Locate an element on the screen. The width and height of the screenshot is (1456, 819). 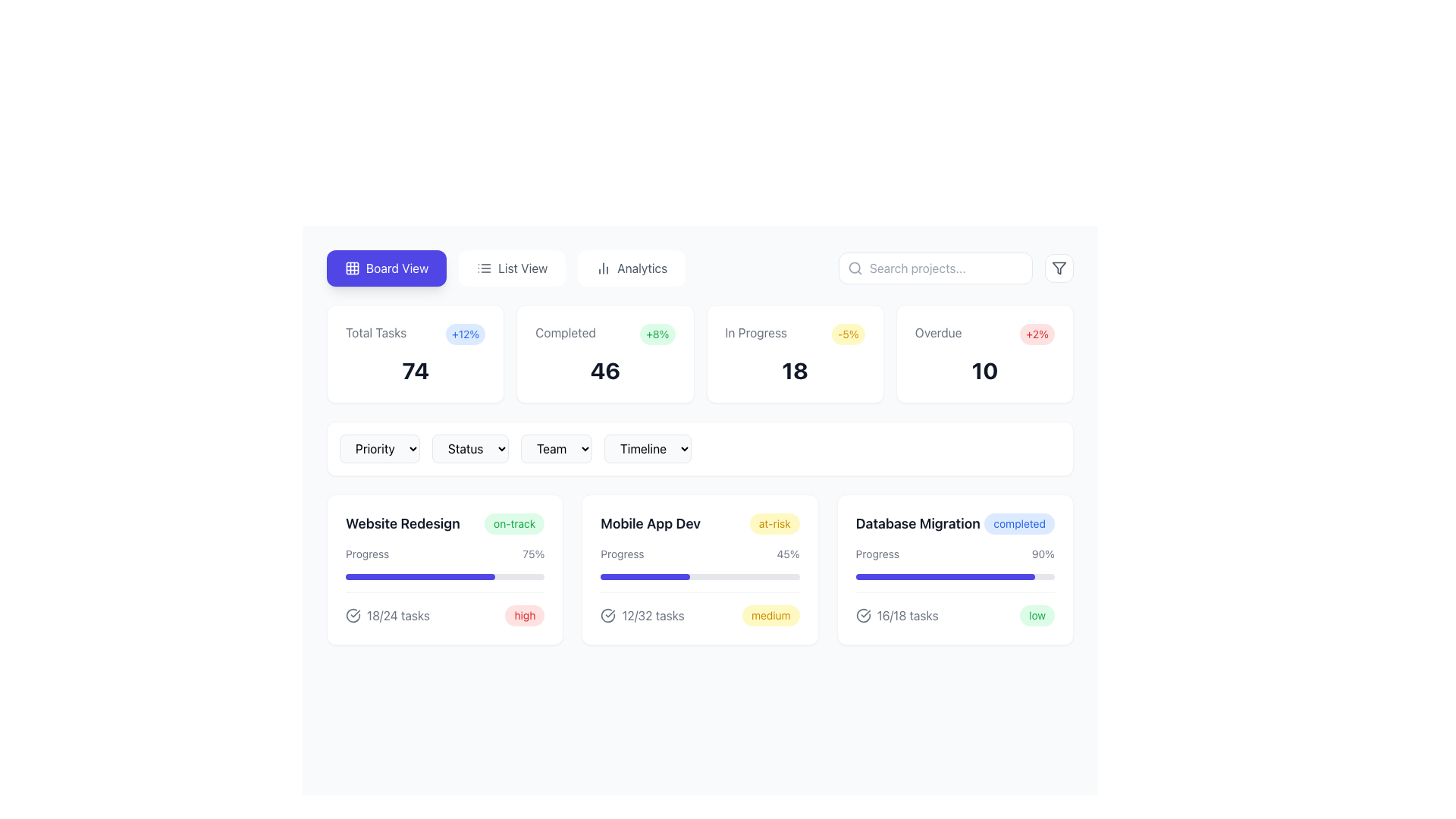
the value displayed on the pill-shaped red badge that shows '+2%' located in the 'Overdue' section of the dashboard, positioned to the right of the 'Overdue' label is located at coordinates (1037, 333).